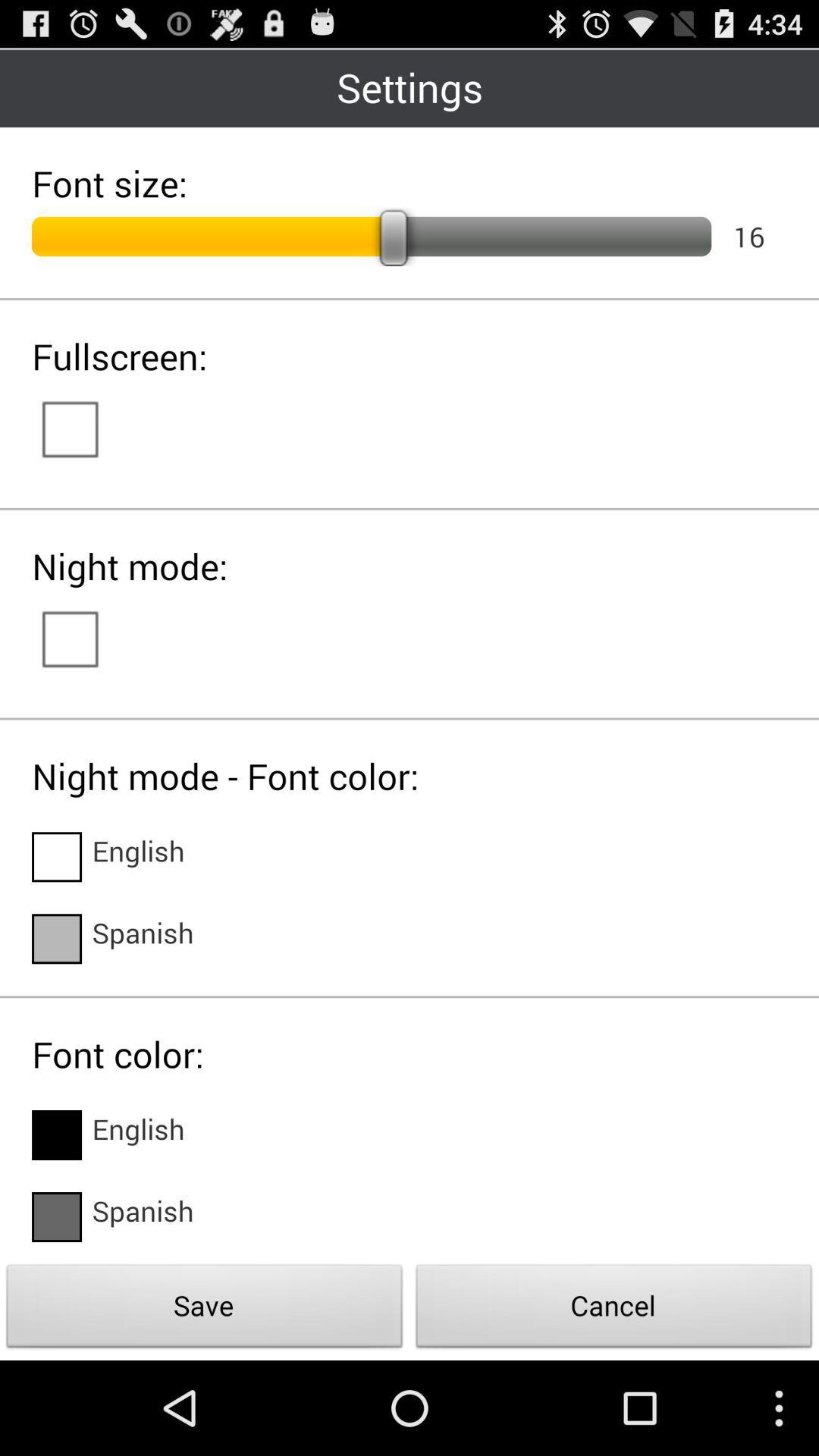  I want to click on change night mode font color, so click(55, 857).